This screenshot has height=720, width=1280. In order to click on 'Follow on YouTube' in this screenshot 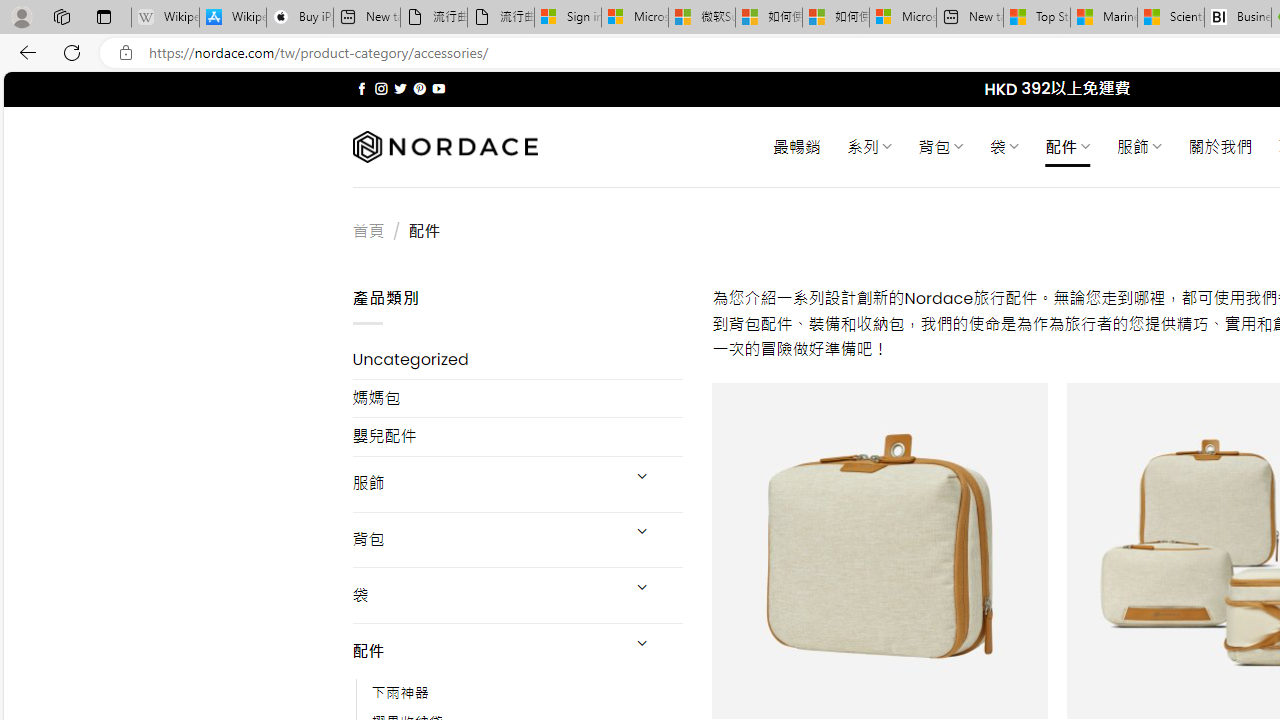, I will do `click(438, 88)`.